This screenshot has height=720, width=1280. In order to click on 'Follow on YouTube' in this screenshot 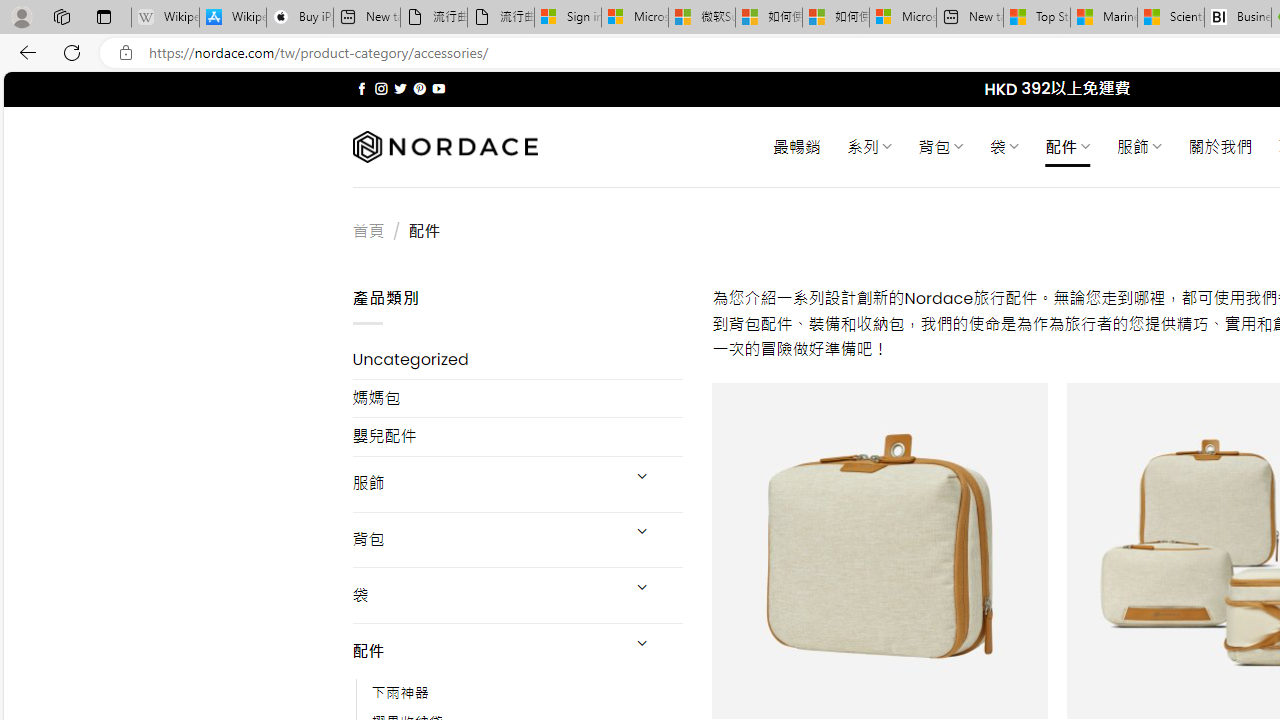, I will do `click(438, 88)`.